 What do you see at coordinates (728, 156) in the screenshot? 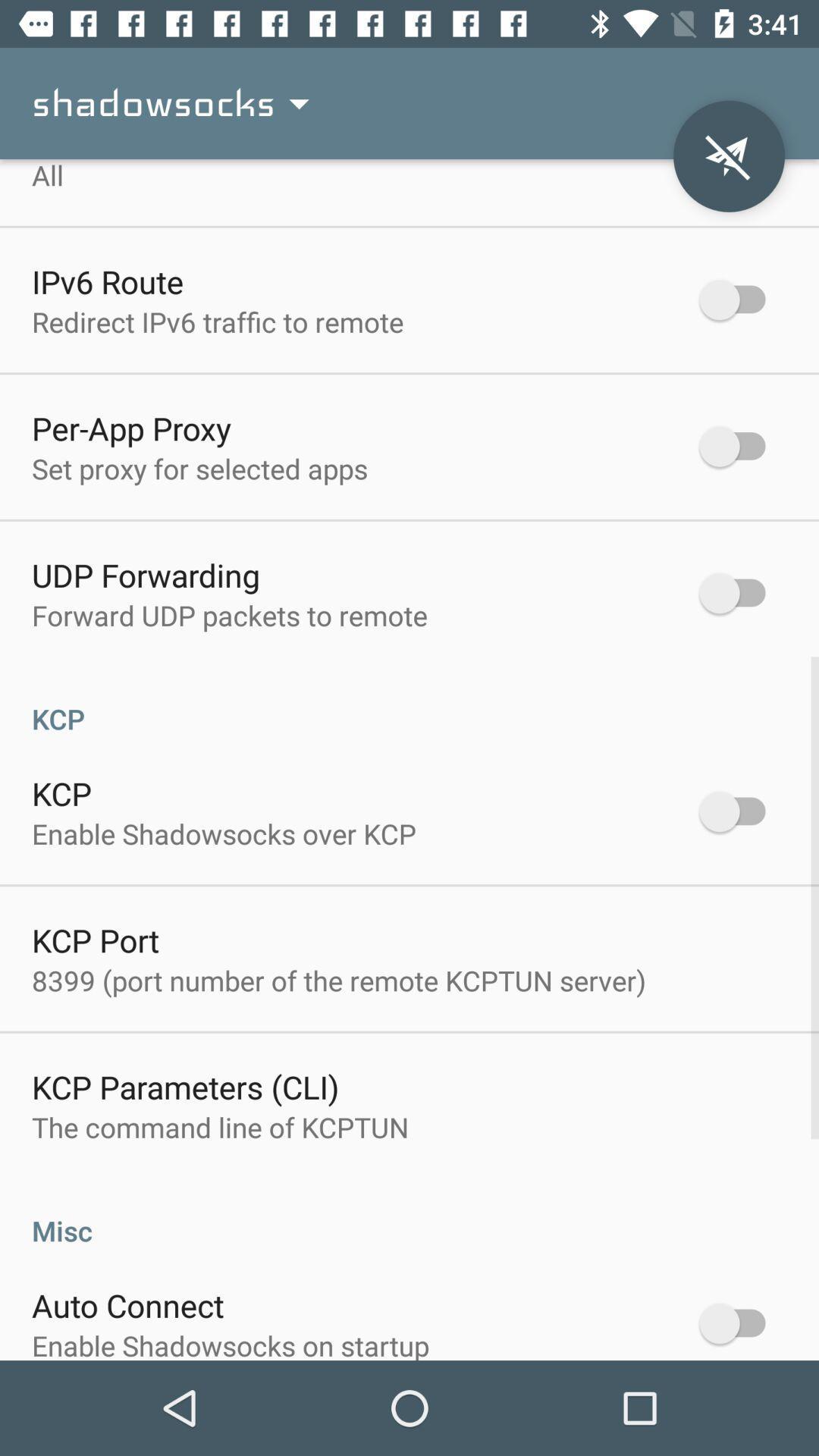
I see `the send icon` at bounding box center [728, 156].